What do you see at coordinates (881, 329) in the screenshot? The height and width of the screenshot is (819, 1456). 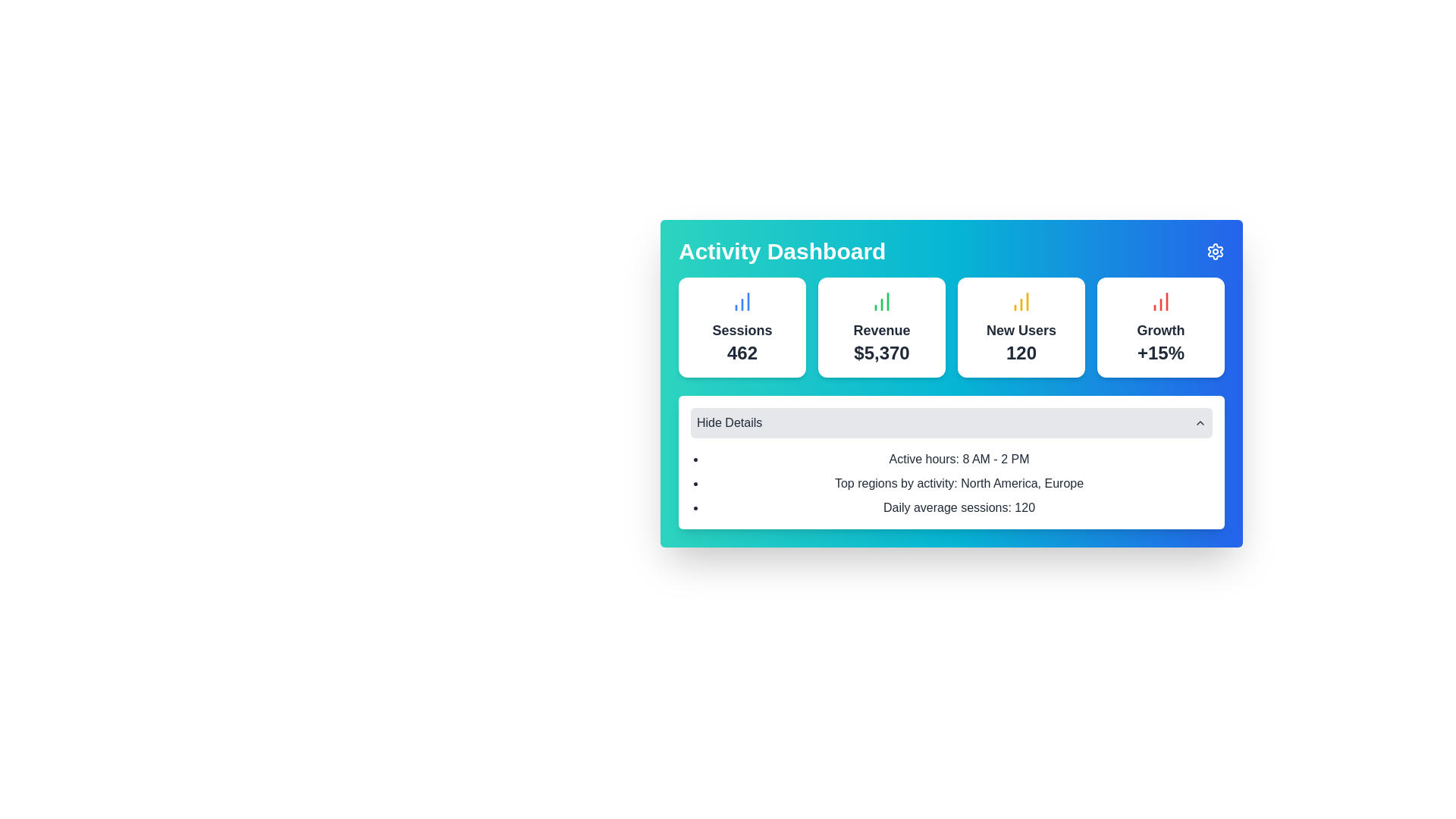 I see `the text label that describes the revenue figure` at bounding box center [881, 329].